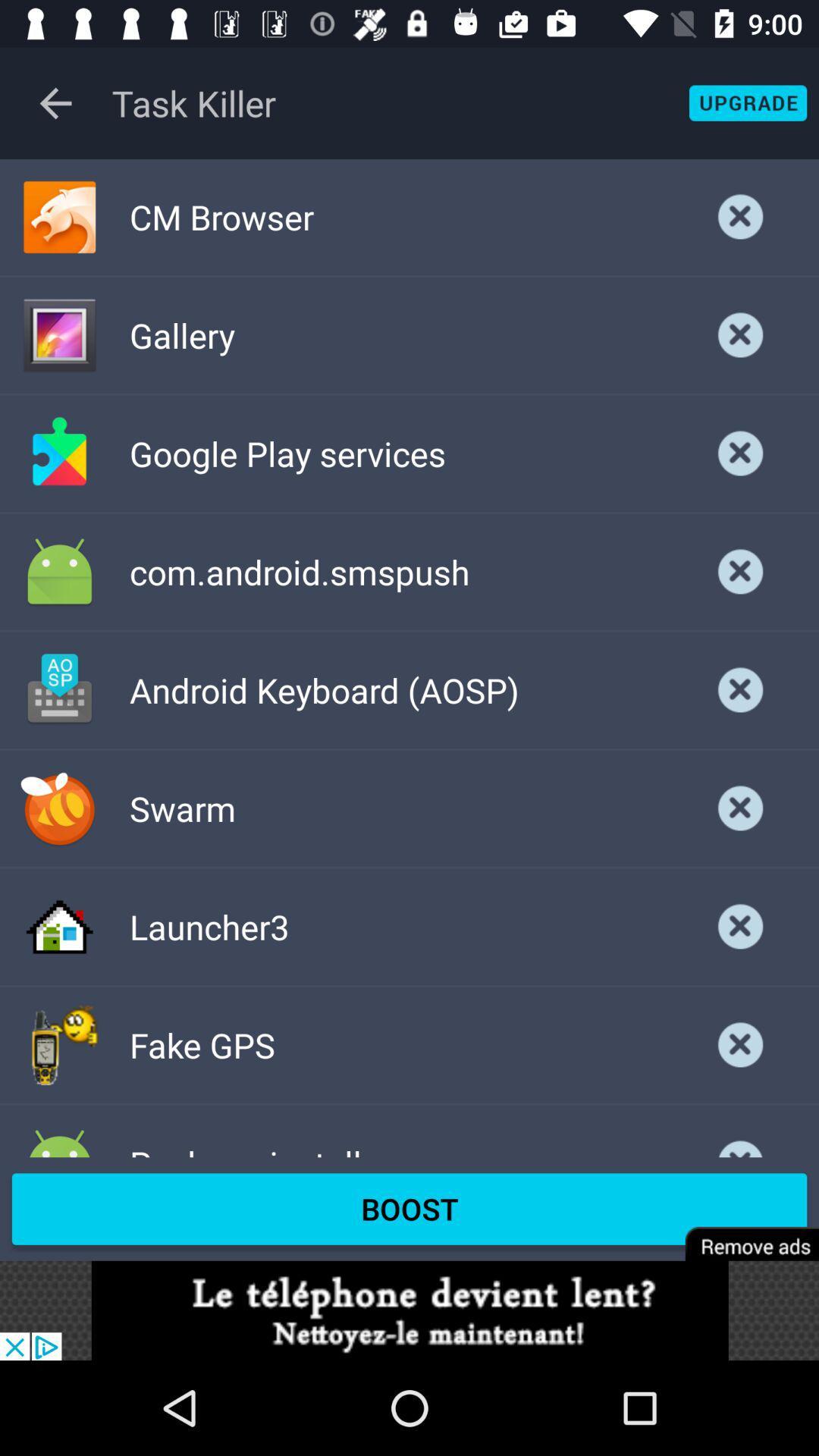  What do you see at coordinates (740, 1136) in the screenshot?
I see `cancel option` at bounding box center [740, 1136].